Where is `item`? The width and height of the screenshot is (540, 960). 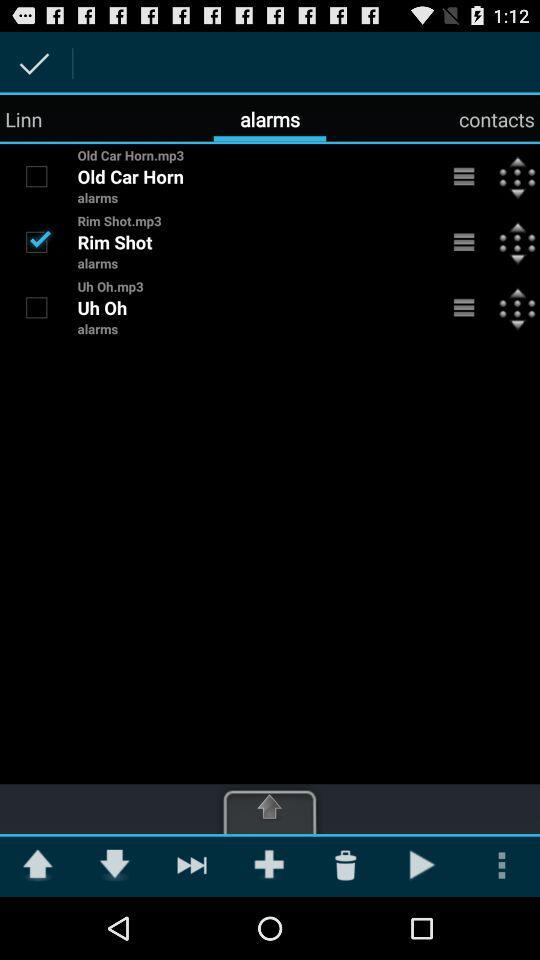
item is located at coordinates (36, 307).